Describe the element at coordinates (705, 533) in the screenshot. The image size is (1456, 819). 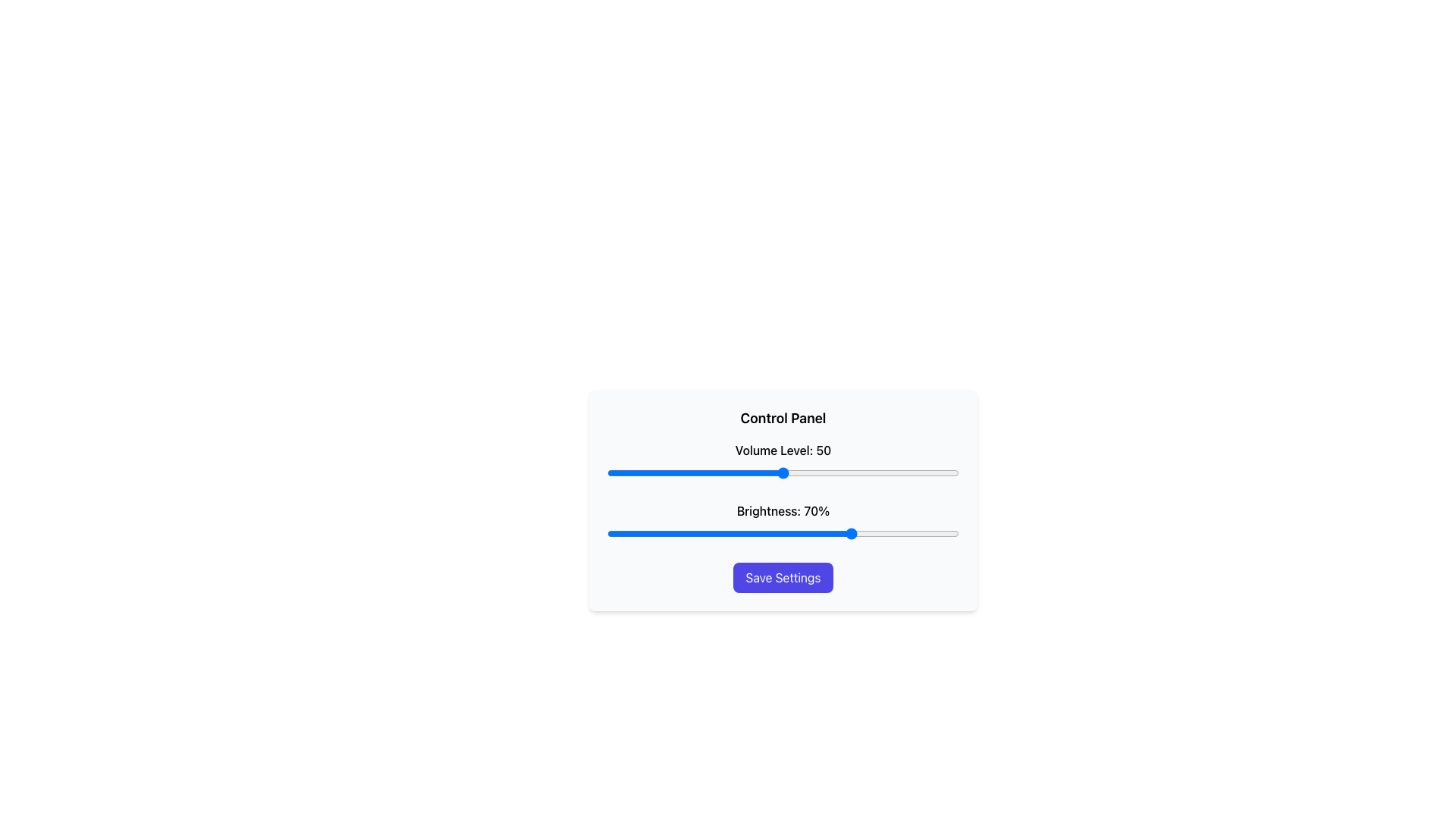
I see `brightness level` at that location.